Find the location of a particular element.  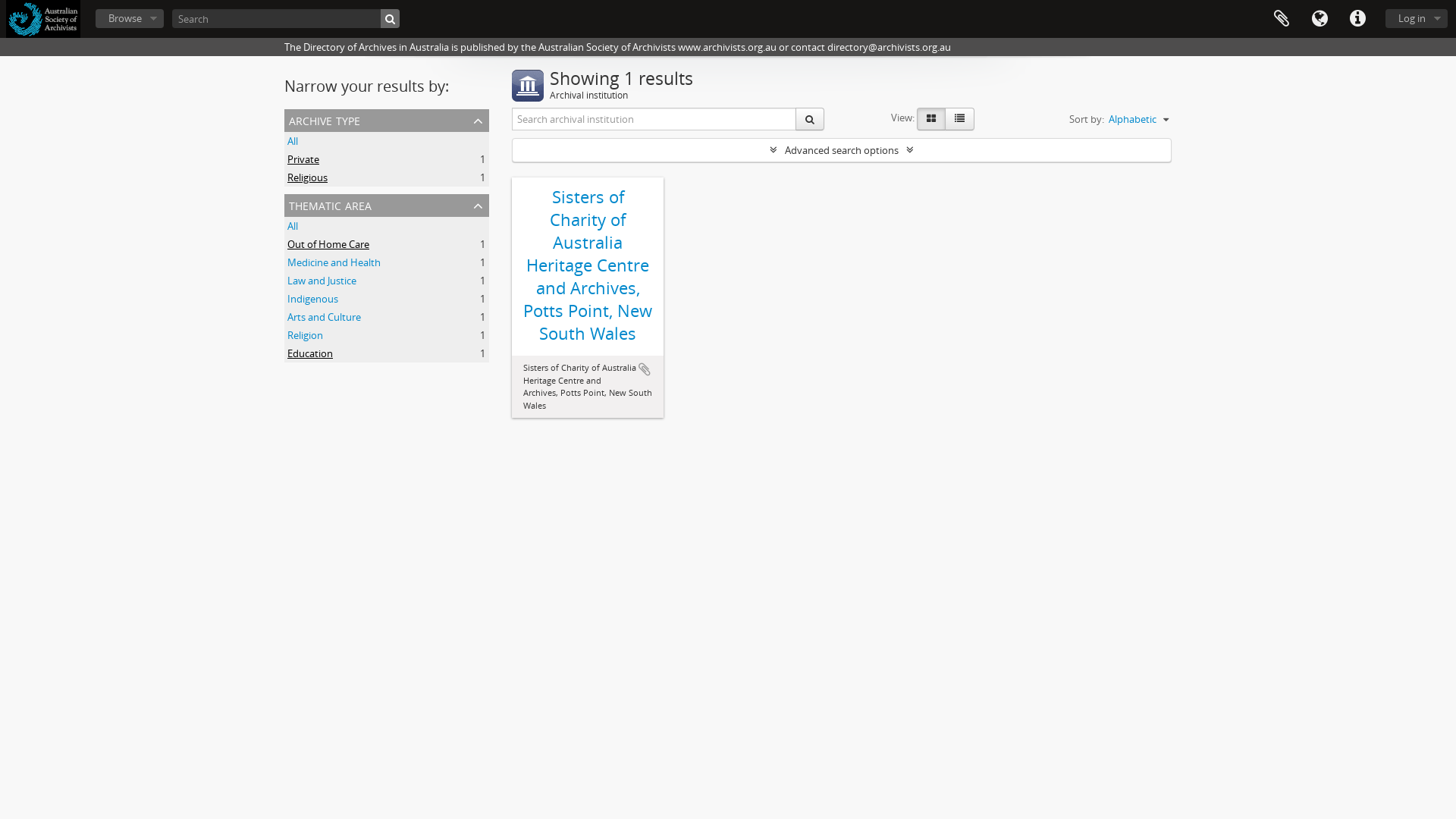

'Indigenous' is located at coordinates (312, 298).